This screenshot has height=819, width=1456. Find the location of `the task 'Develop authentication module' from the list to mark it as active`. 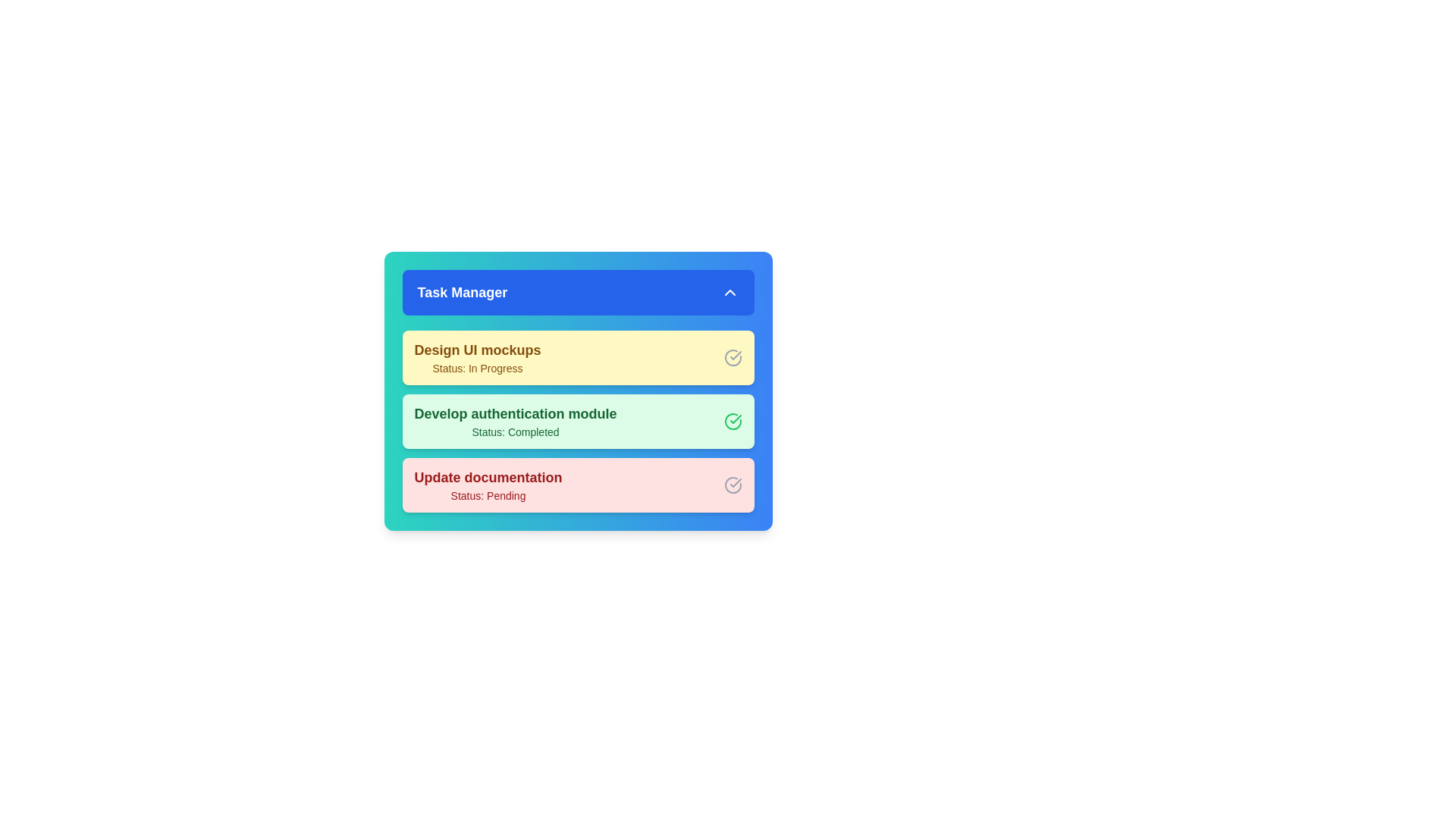

the task 'Develop authentication module' from the list to mark it as active is located at coordinates (516, 421).